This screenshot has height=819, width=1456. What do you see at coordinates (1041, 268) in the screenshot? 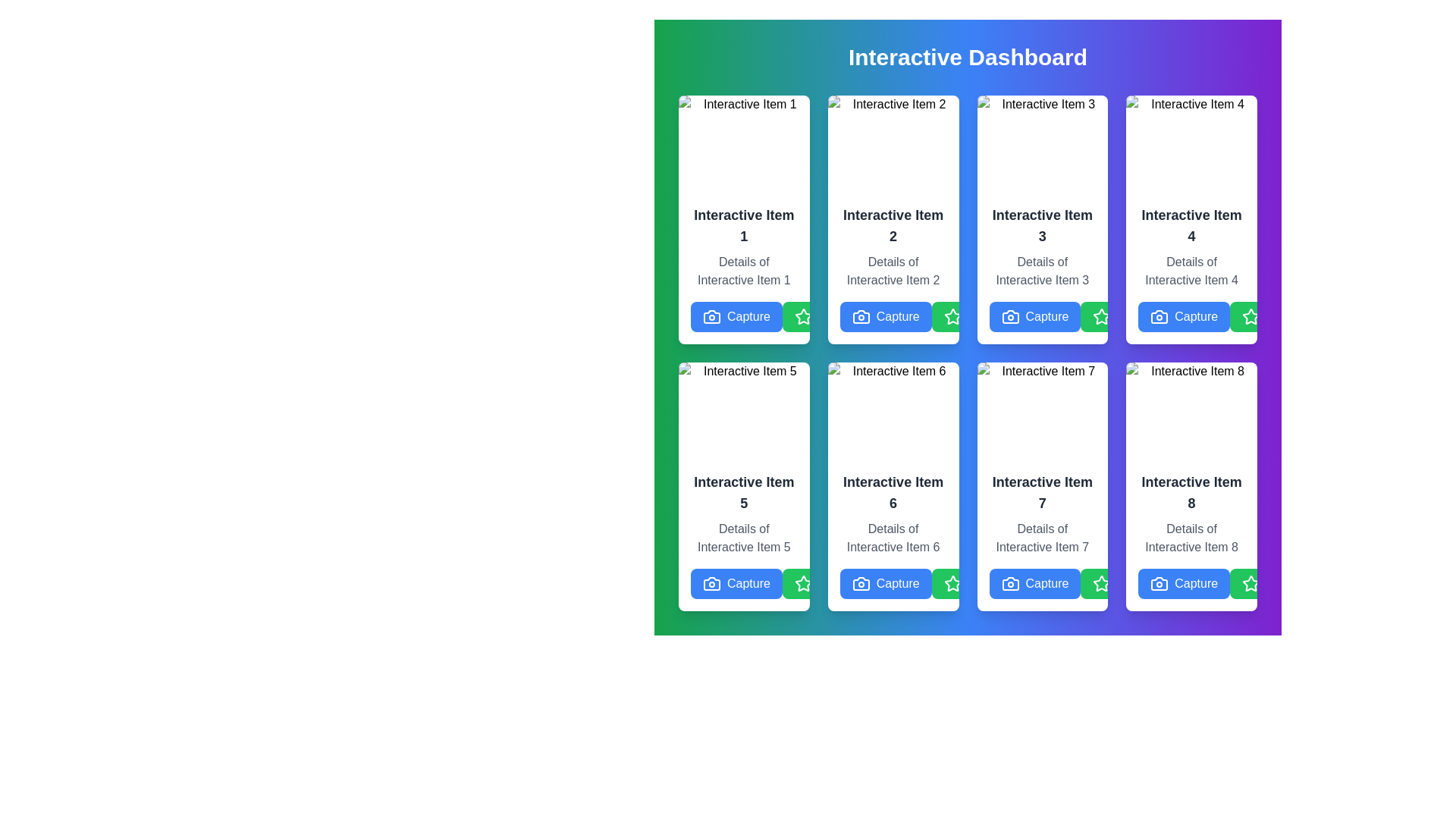
I see `text from the text label providing contextual information about 'Interactive Item 3', which is located beneath the title and above the buttons` at bounding box center [1041, 268].